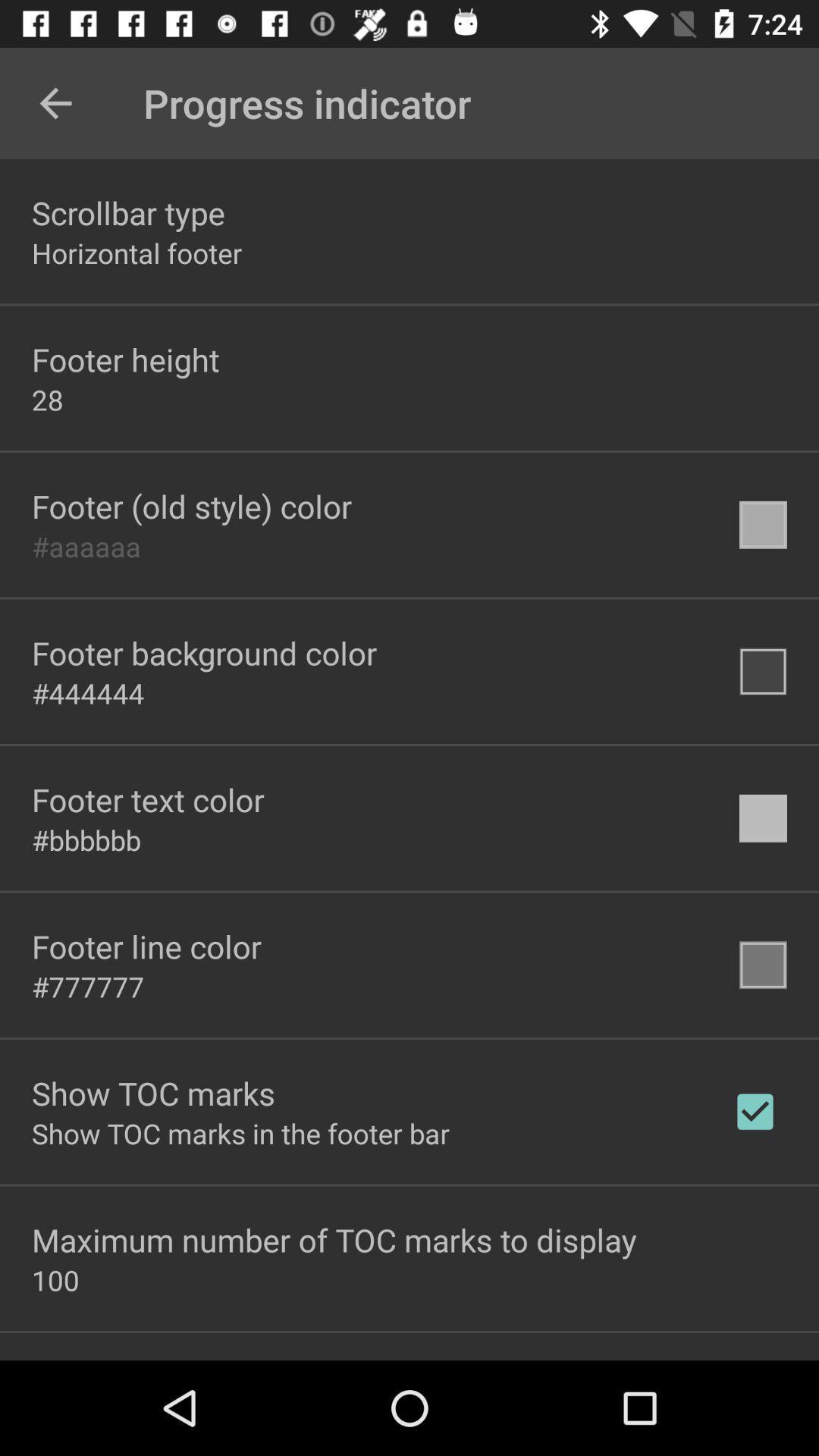 The image size is (819, 1456). I want to click on icon above show toc marks icon, so click(88, 987).